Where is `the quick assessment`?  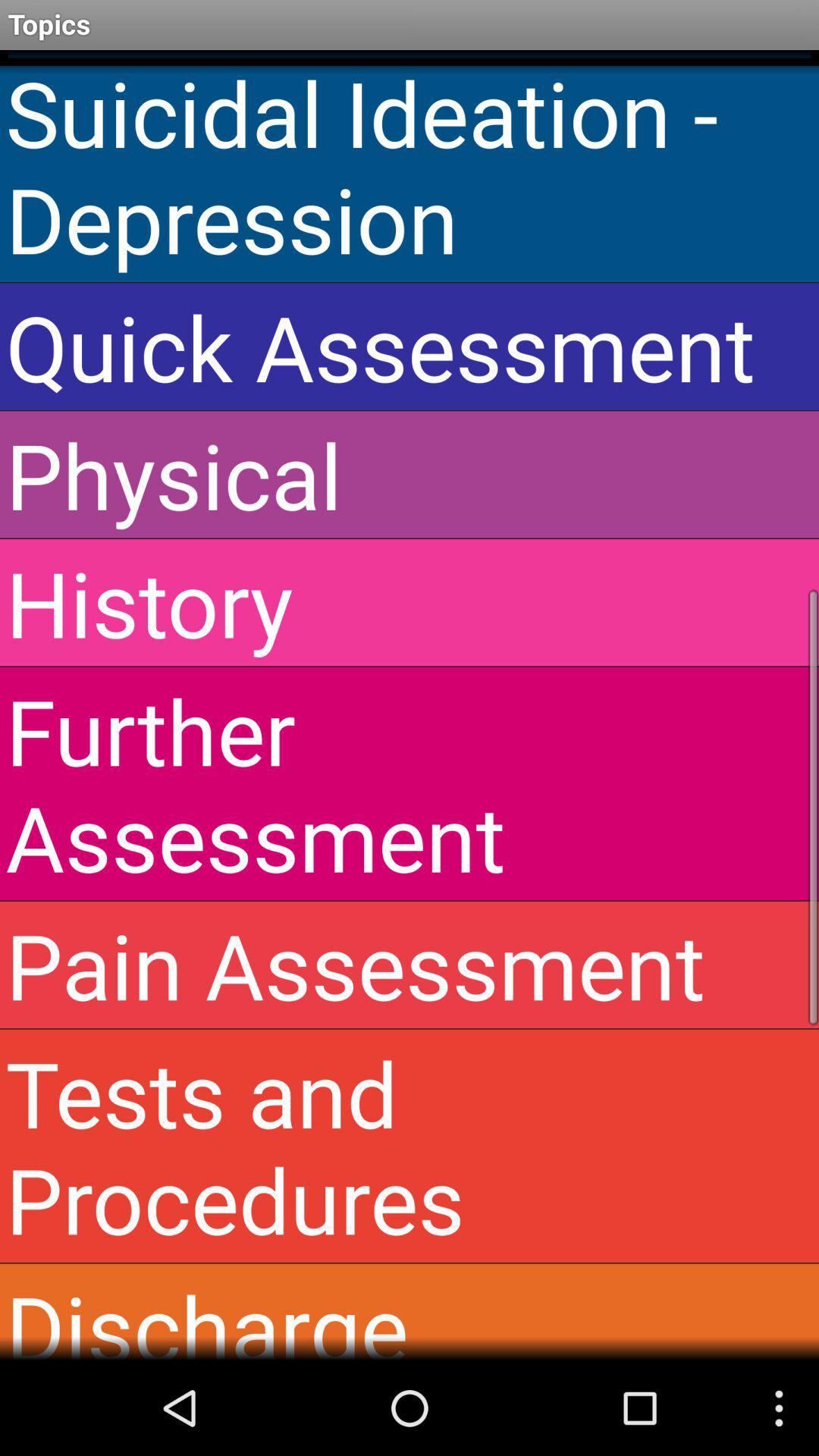
the quick assessment is located at coordinates (409, 346).